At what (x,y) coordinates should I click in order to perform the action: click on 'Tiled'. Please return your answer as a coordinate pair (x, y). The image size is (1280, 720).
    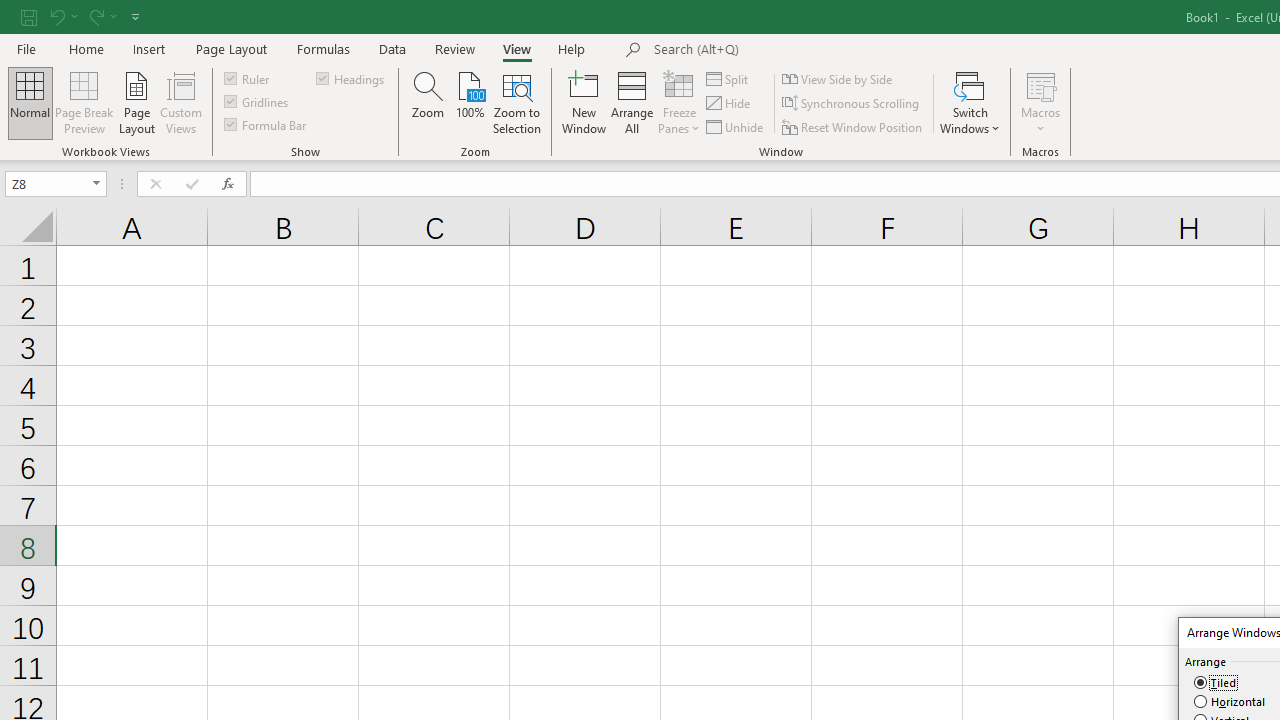
    Looking at the image, I should click on (1215, 682).